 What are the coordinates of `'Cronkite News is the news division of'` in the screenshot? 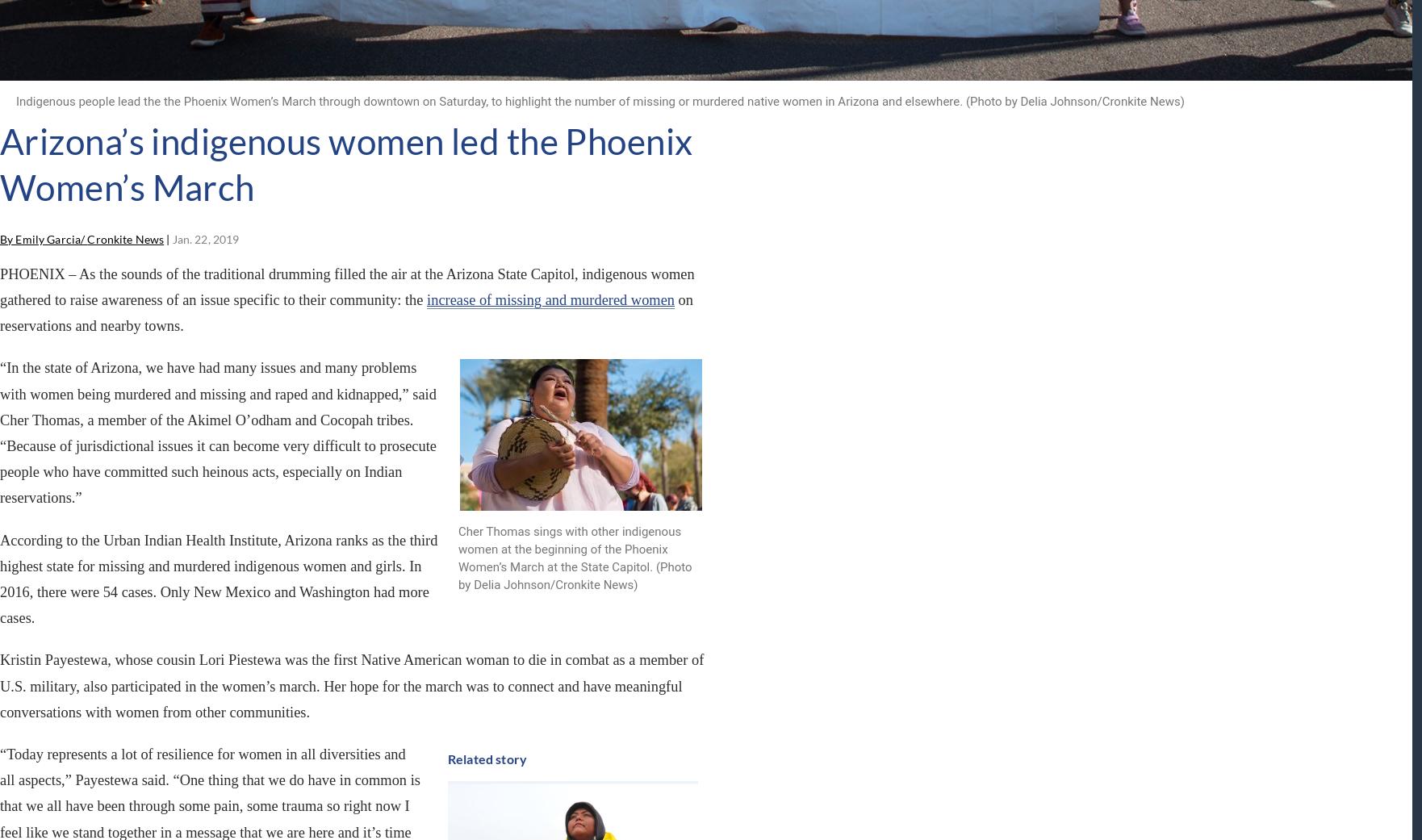 It's located at (265, 586).